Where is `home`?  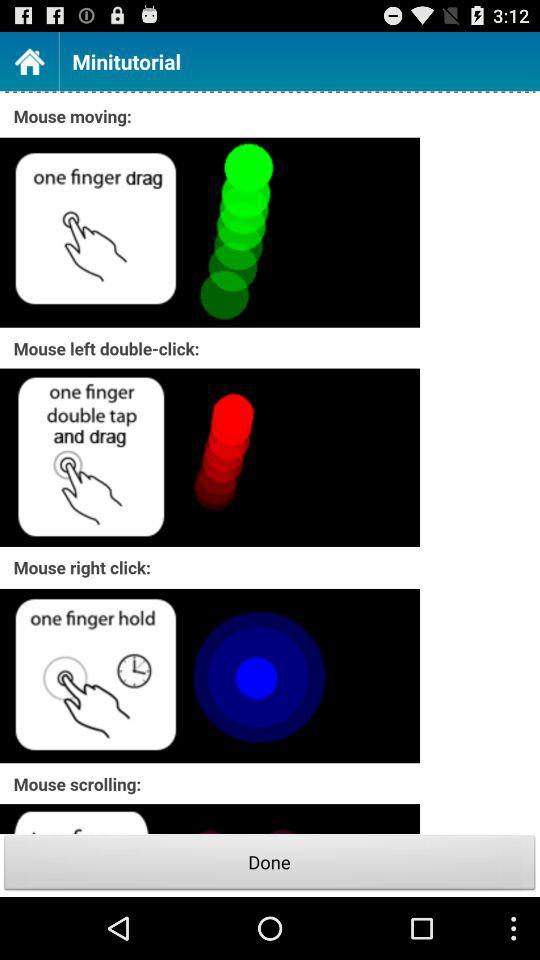
home is located at coordinates (28, 61).